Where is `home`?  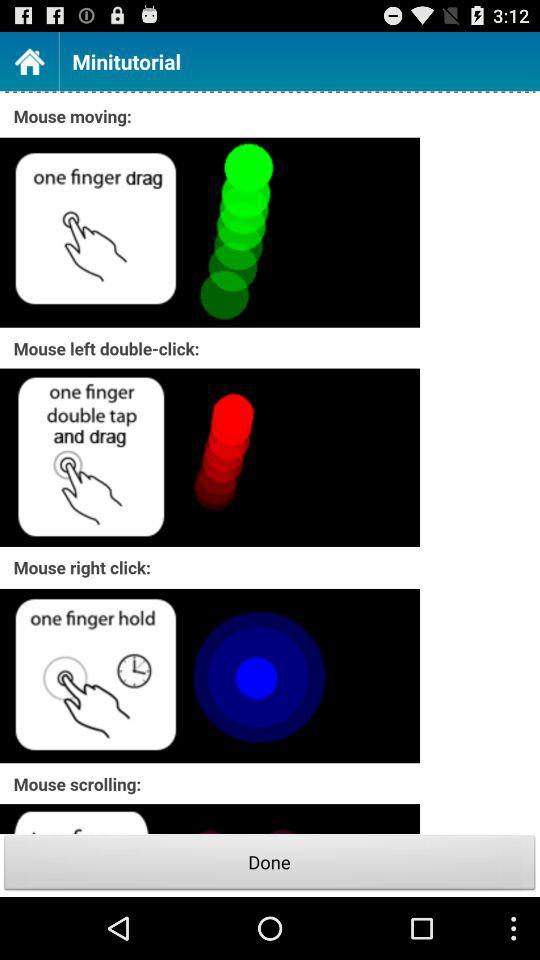
home is located at coordinates (28, 61).